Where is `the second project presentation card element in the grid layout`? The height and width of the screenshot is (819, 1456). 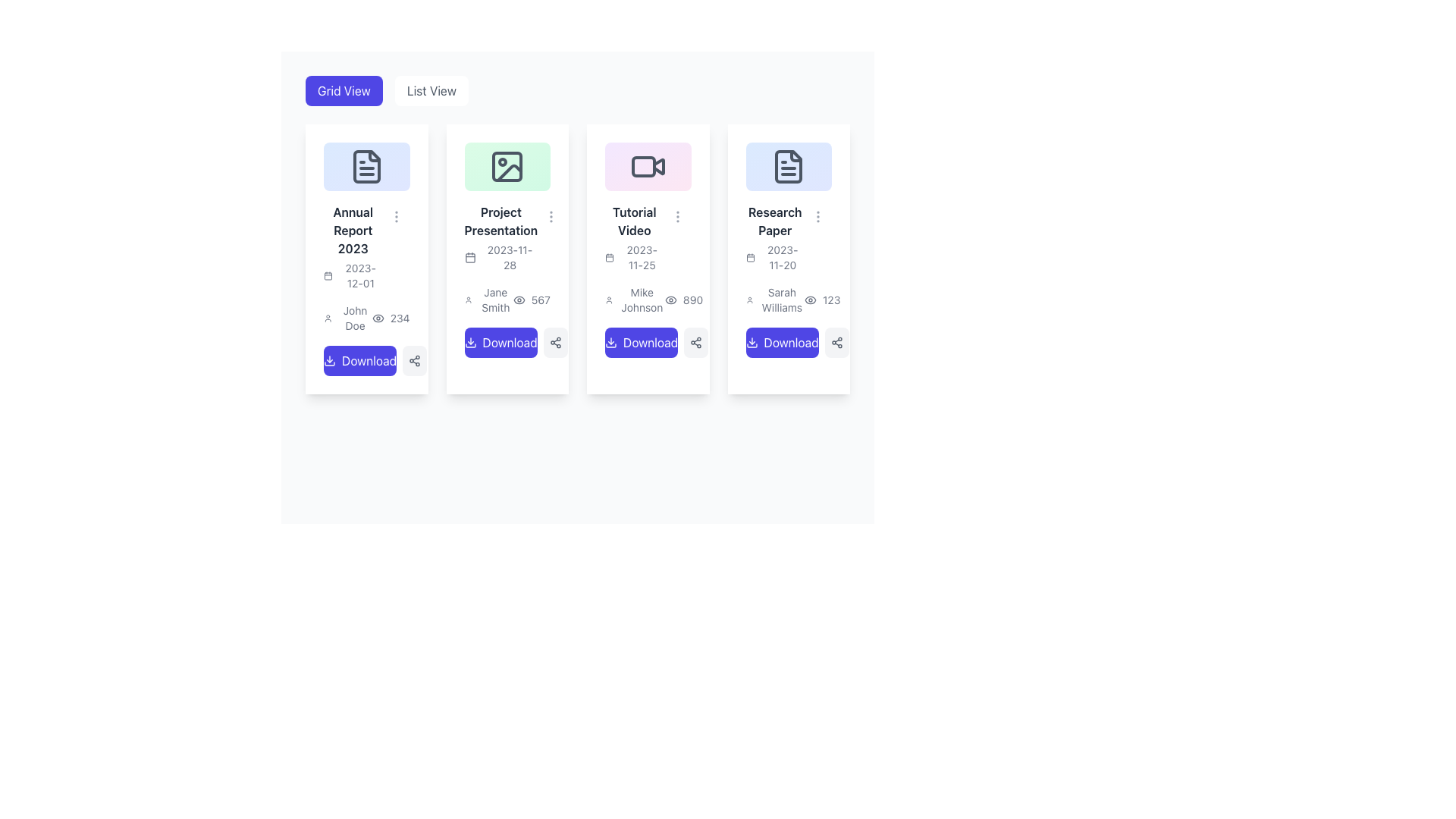 the second project presentation card element in the grid layout is located at coordinates (507, 258).